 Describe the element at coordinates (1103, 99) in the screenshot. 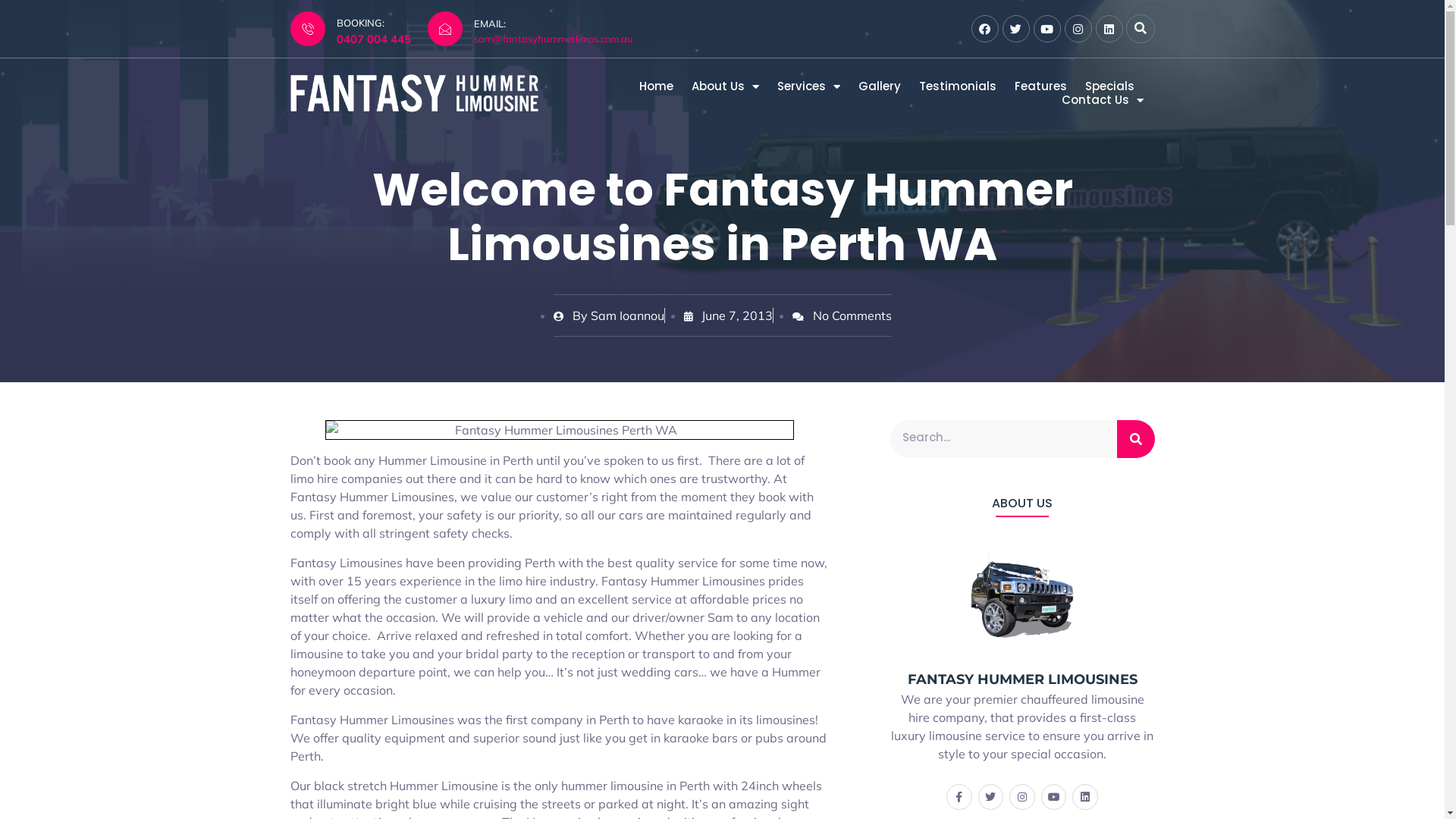

I see `'Contact Us'` at that location.